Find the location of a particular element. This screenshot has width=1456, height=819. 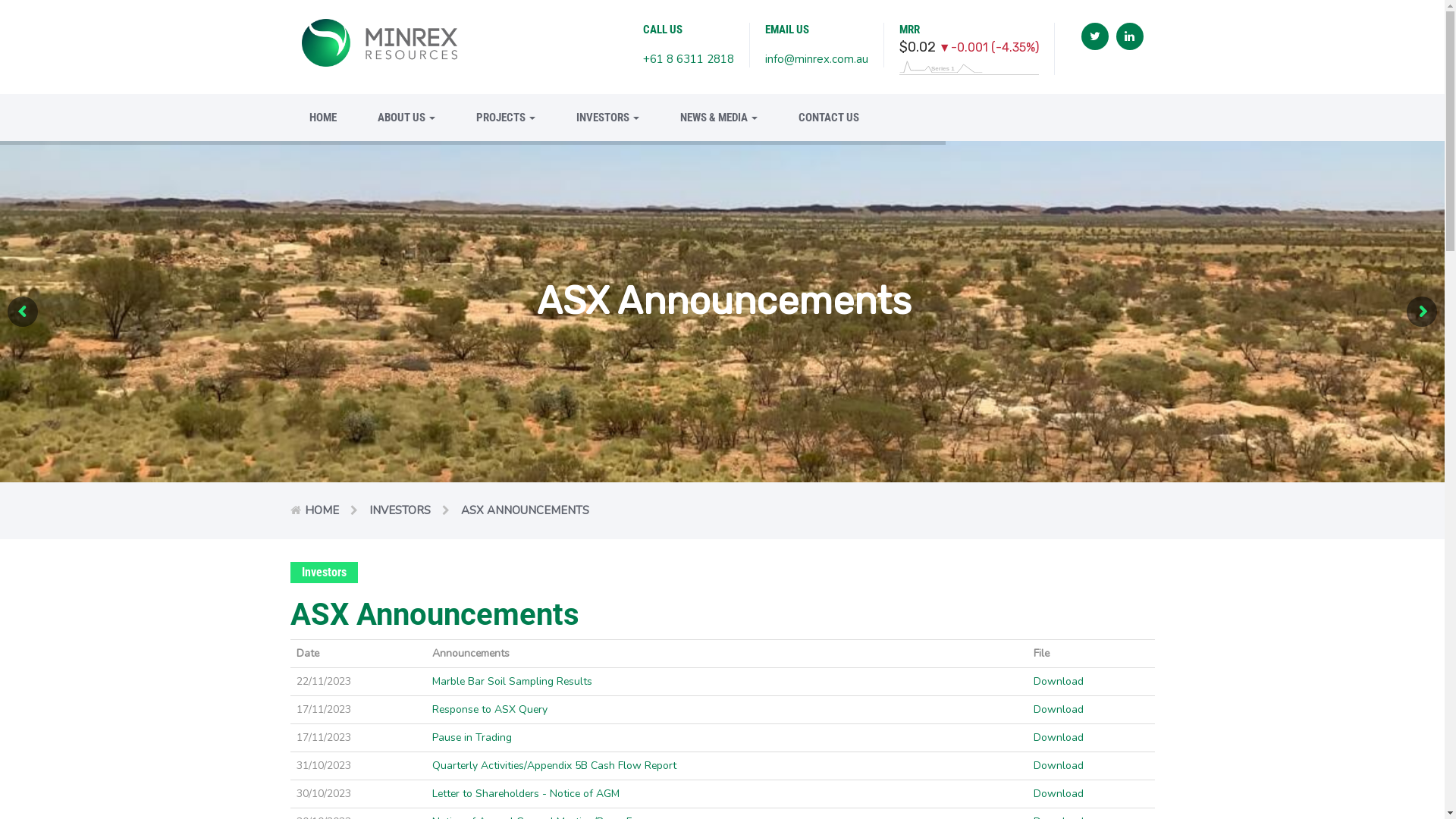

'INVESTORS' is located at coordinates (607, 116).